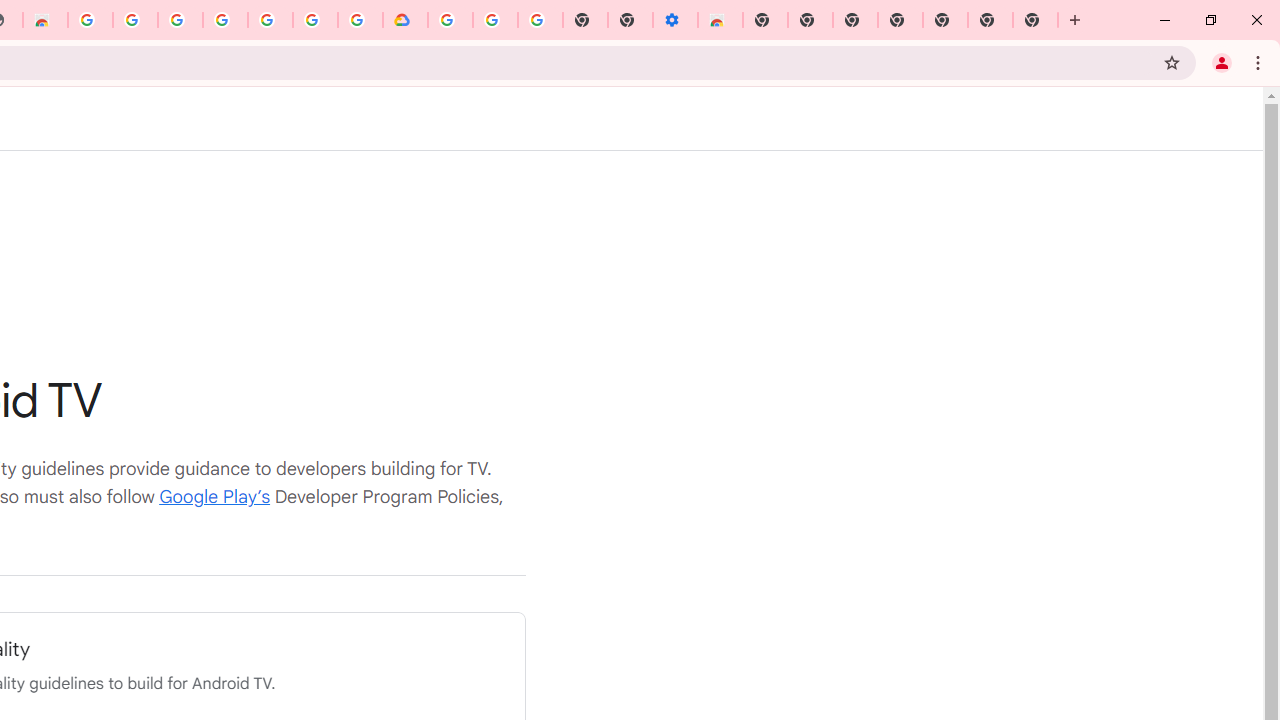  I want to click on 'Turn cookies on or off - Computer - Google Account Help', so click(540, 20).